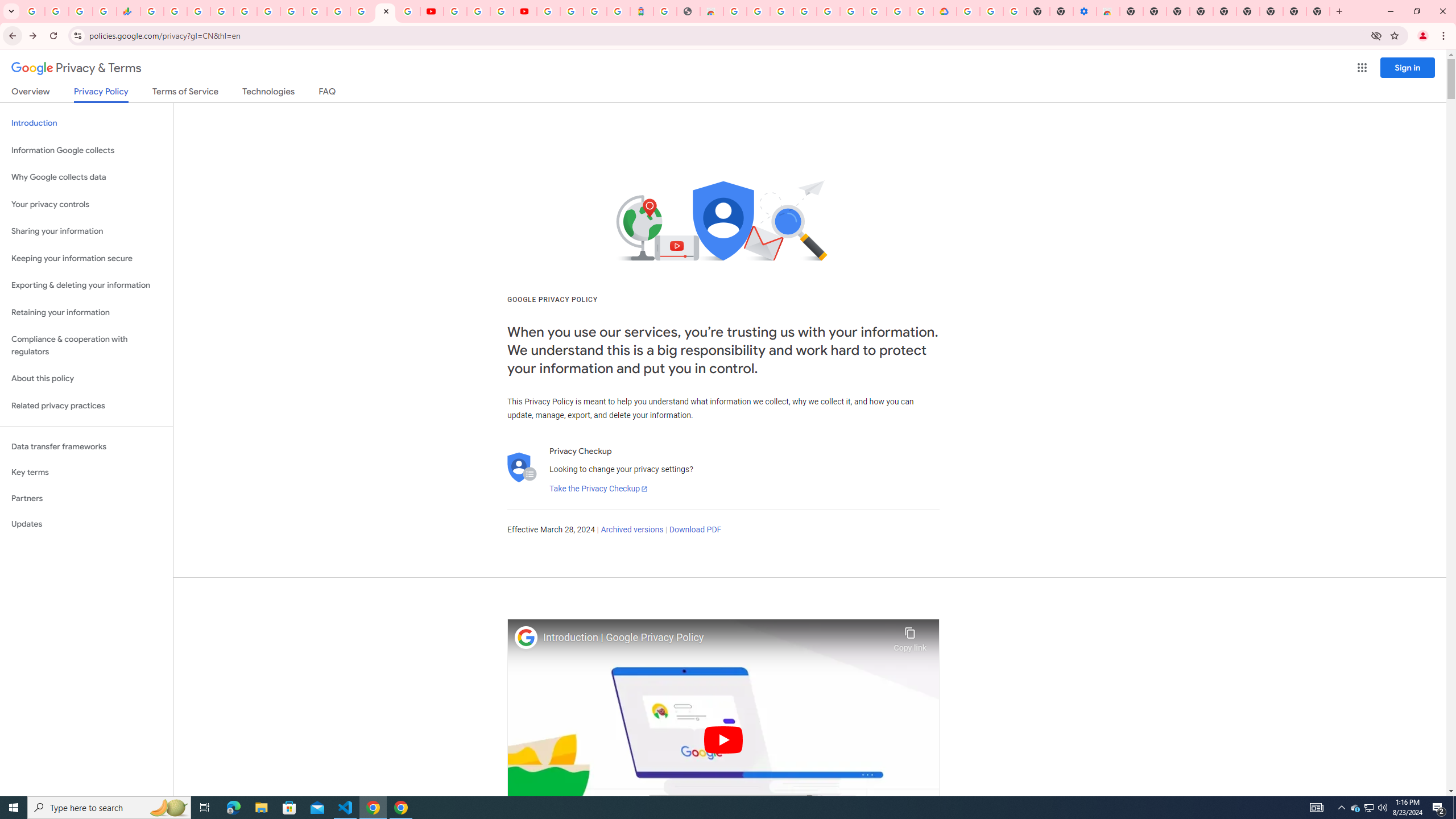  Describe the element at coordinates (921, 11) in the screenshot. I see `'Browse the Google Chrome Community - Google Chrome Community'` at that location.